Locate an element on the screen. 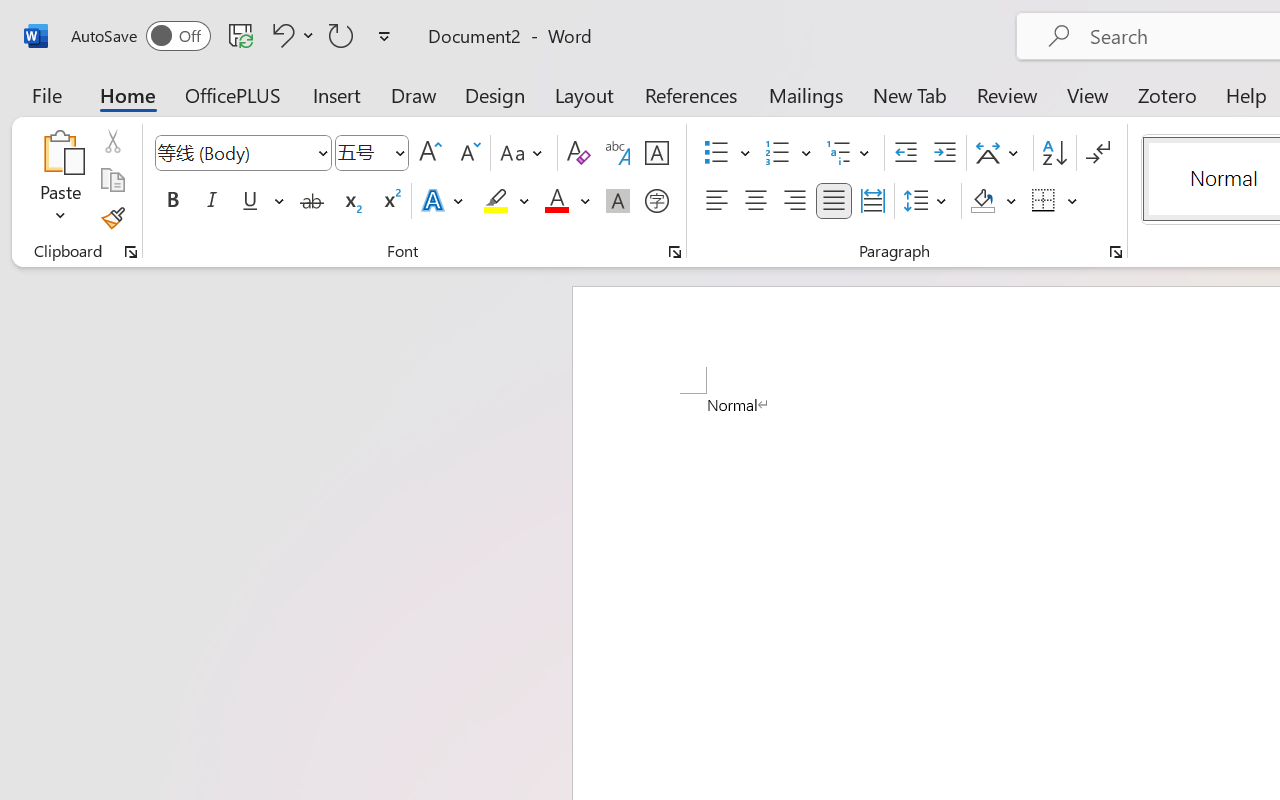 The image size is (1280, 800). 'Zotero' is located at coordinates (1167, 94).